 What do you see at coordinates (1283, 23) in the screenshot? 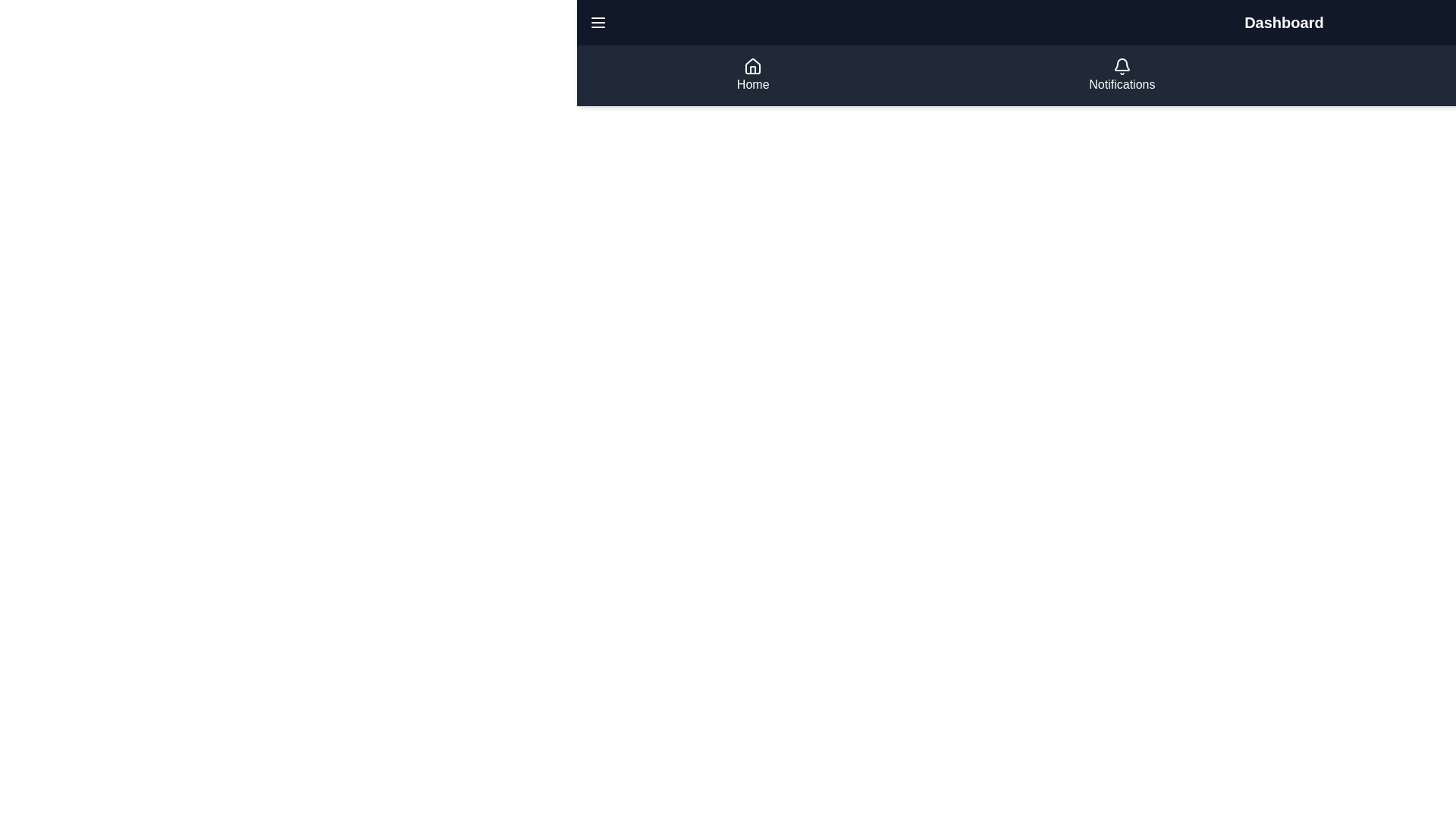
I see `the header title 'Dashboard'` at bounding box center [1283, 23].